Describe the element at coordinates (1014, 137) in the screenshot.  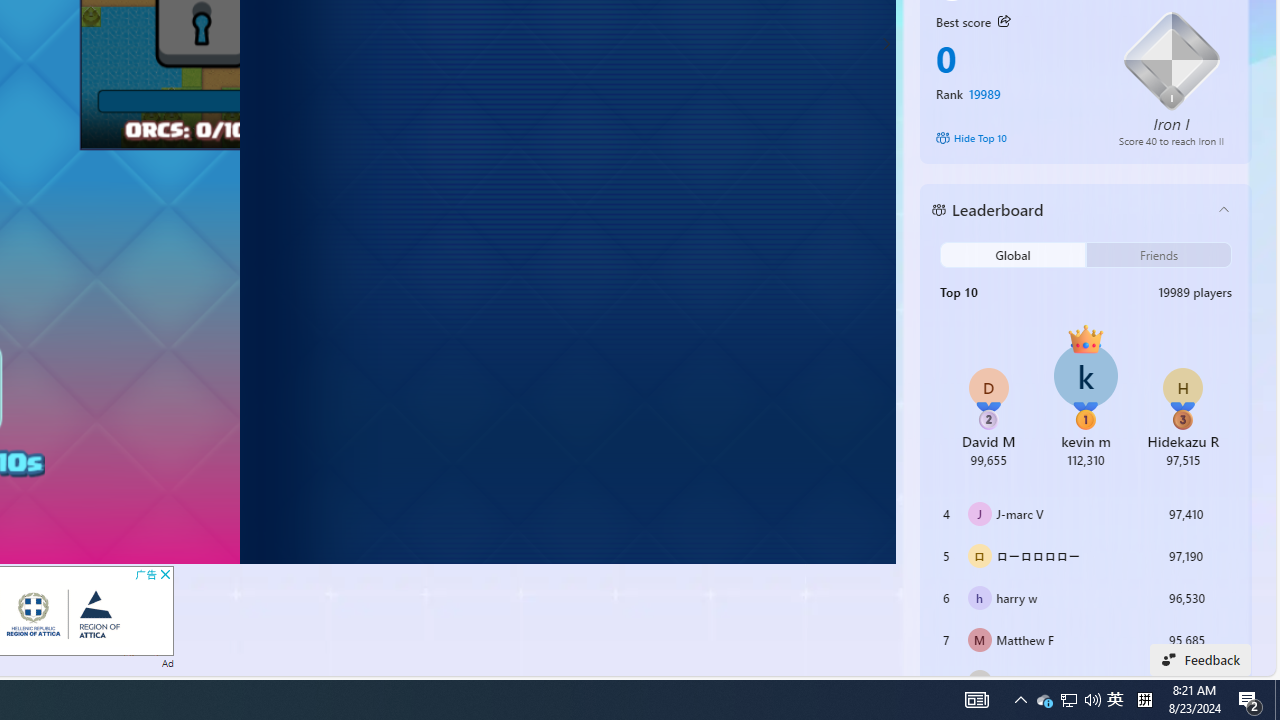
I see `'Hide Top 10'` at that location.